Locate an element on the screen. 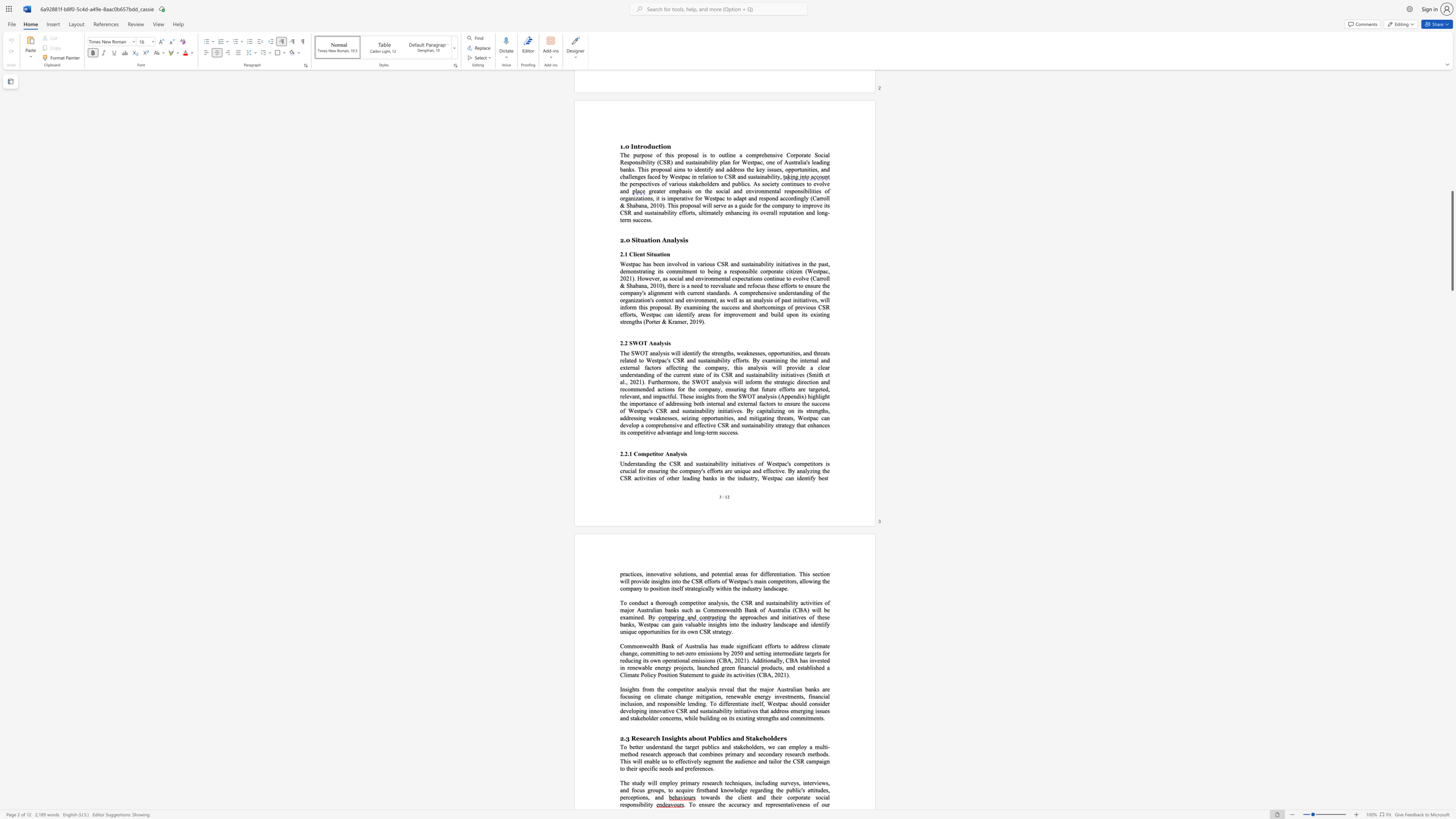 The image size is (1456, 819). the subset text "ment to guide its activities (CBA, 2021" within the text "a Climate Policy Position Statement to guide its activities (CBA, 2021)." is located at coordinates (691, 674).